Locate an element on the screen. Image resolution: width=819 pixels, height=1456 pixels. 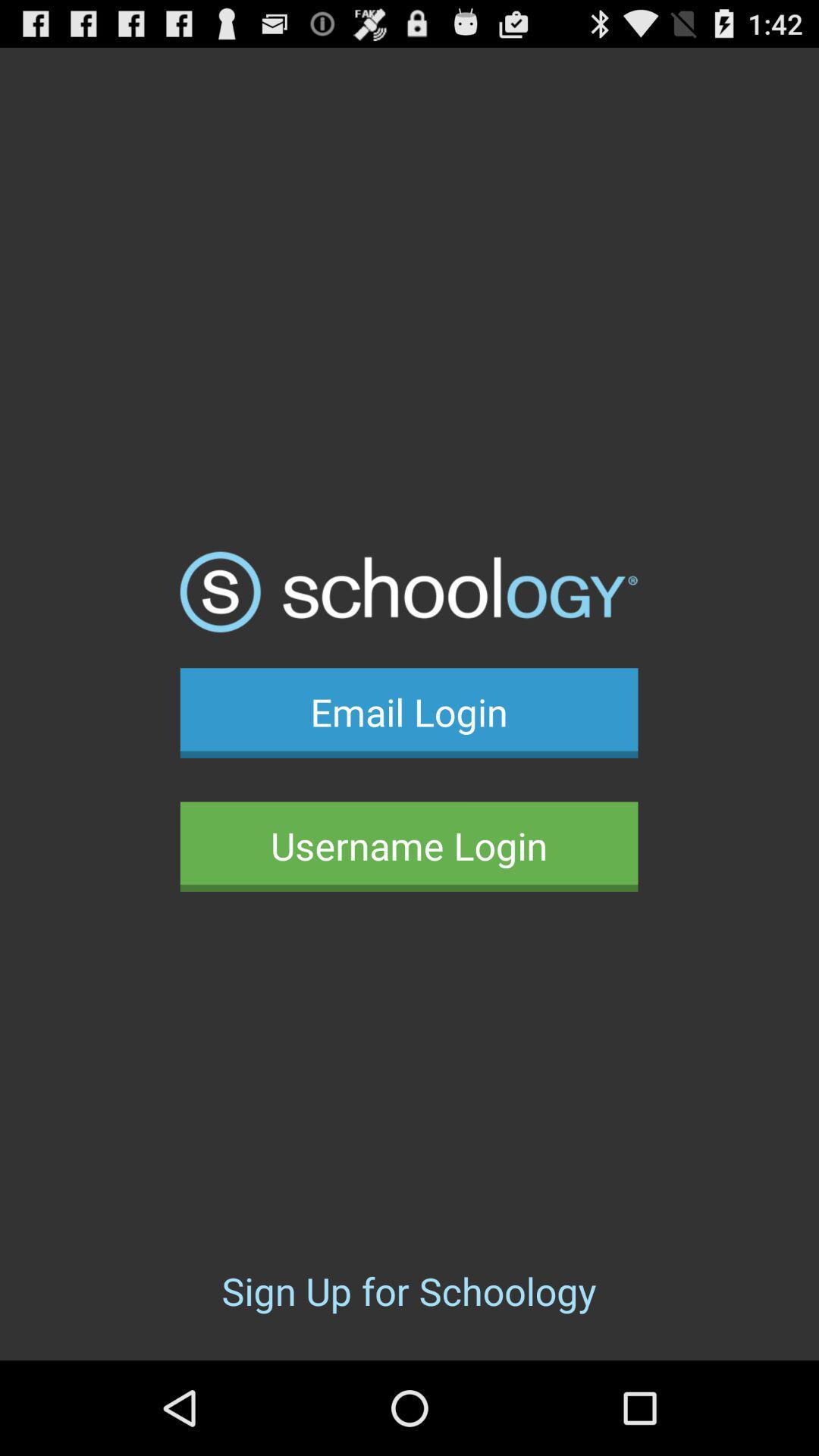
item above username login is located at coordinates (408, 712).